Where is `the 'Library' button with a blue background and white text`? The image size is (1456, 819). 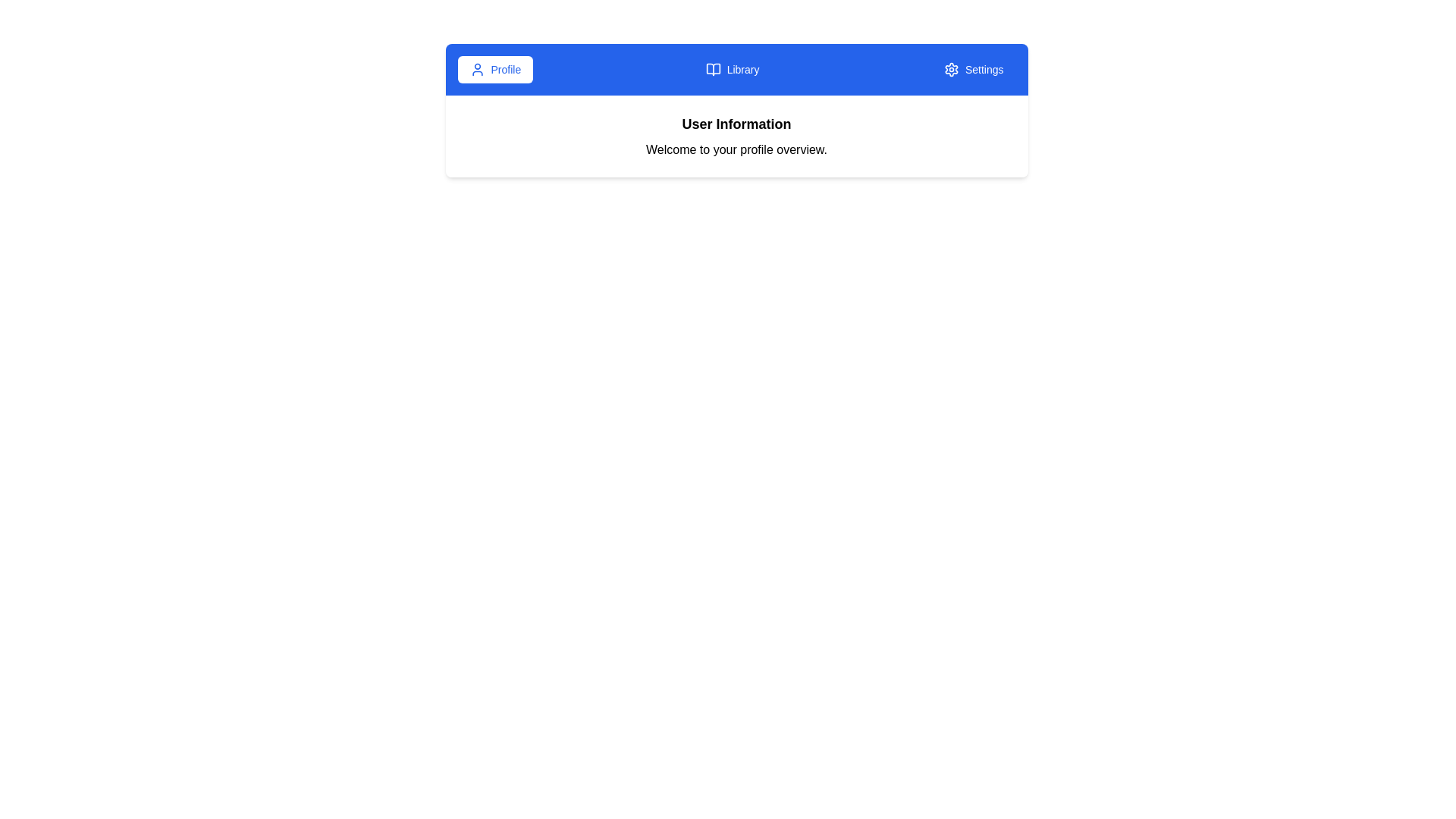 the 'Library' button with a blue background and white text is located at coordinates (732, 70).